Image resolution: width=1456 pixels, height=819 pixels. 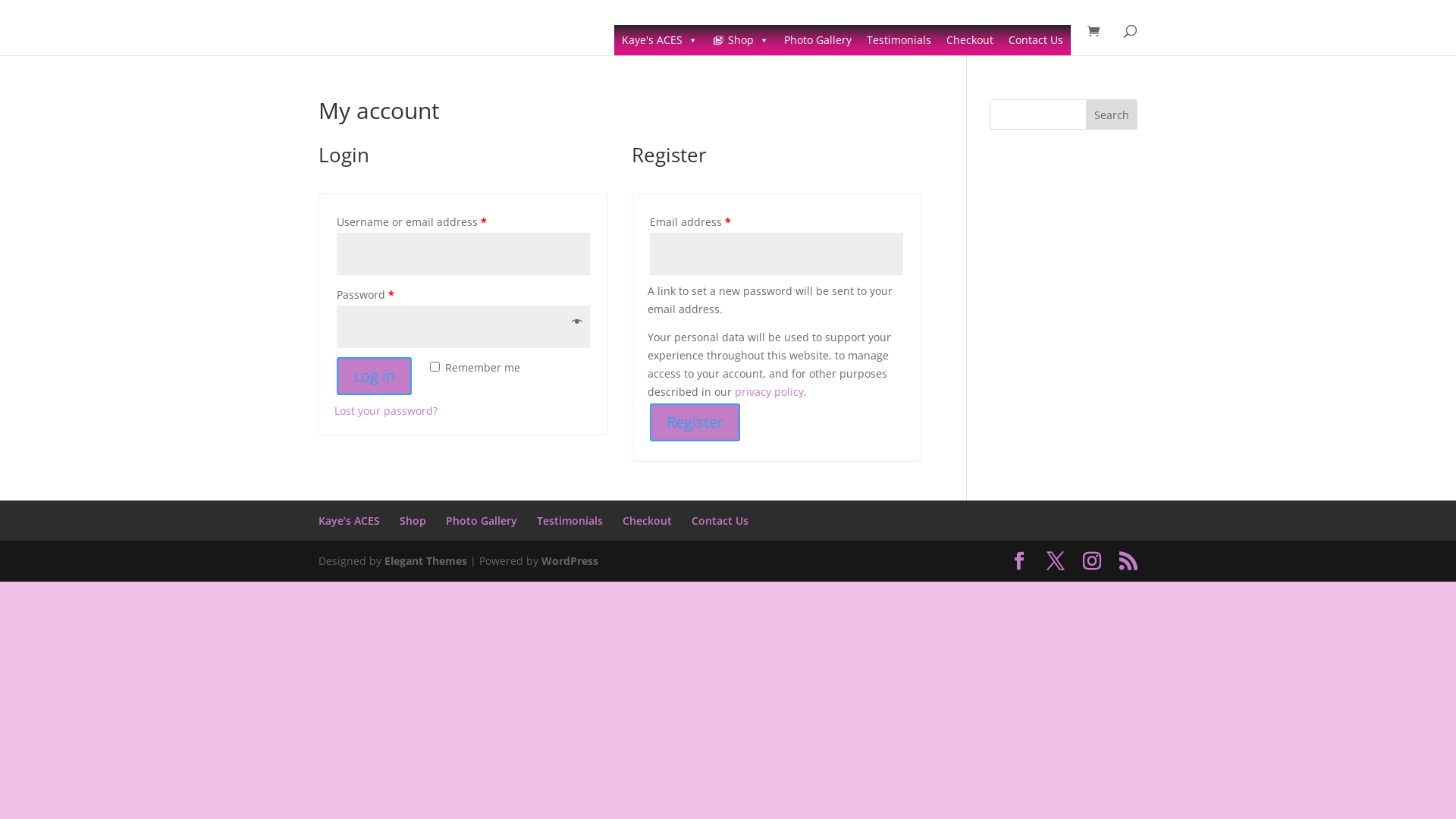 What do you see at coordinates (425, 560) in the screenshot?
I see `'Elegant Themes'` at bounding box center [425, 560].